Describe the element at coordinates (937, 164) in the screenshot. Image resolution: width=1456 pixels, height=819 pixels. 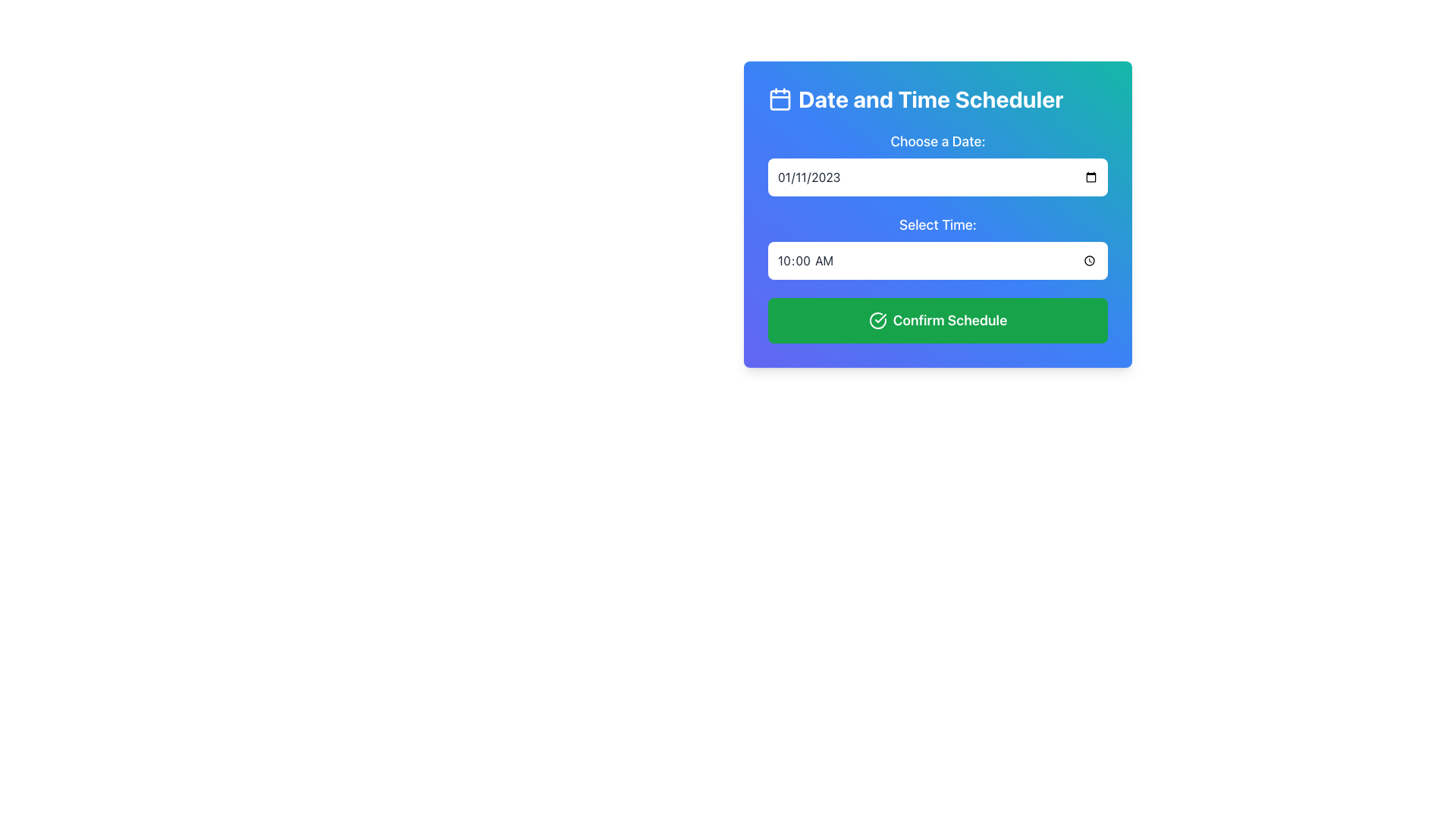
I see `the label that serves as a descriptor for the date input field, positioned directly above the 'Select Time:' label in the 'Date and Time Scheduler' panel` at that location.